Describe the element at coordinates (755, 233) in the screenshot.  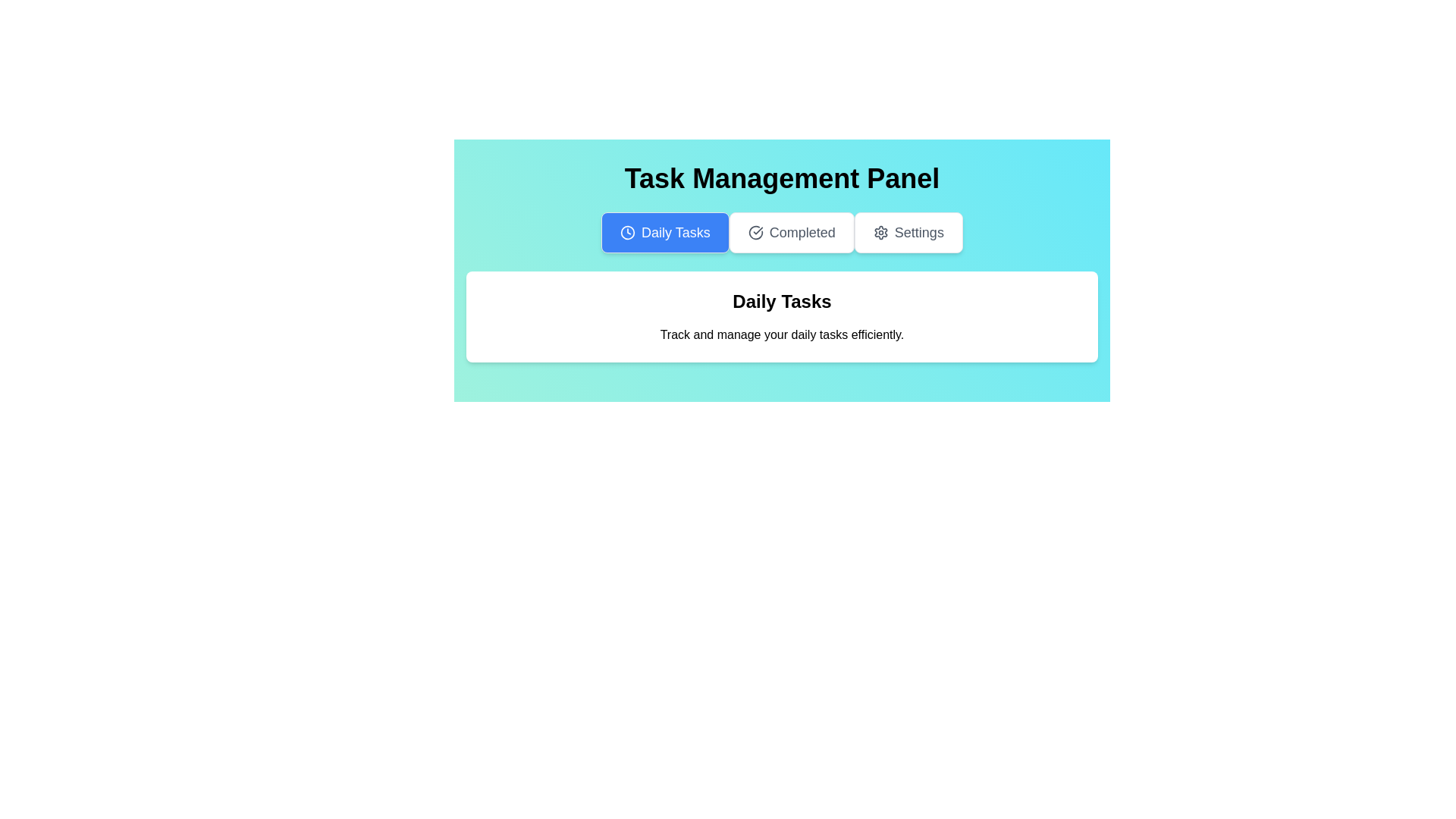
I see `the checkmark icon enclosed within a circle, which is part of the 'Completed' button in the top navigation bar` at that location.